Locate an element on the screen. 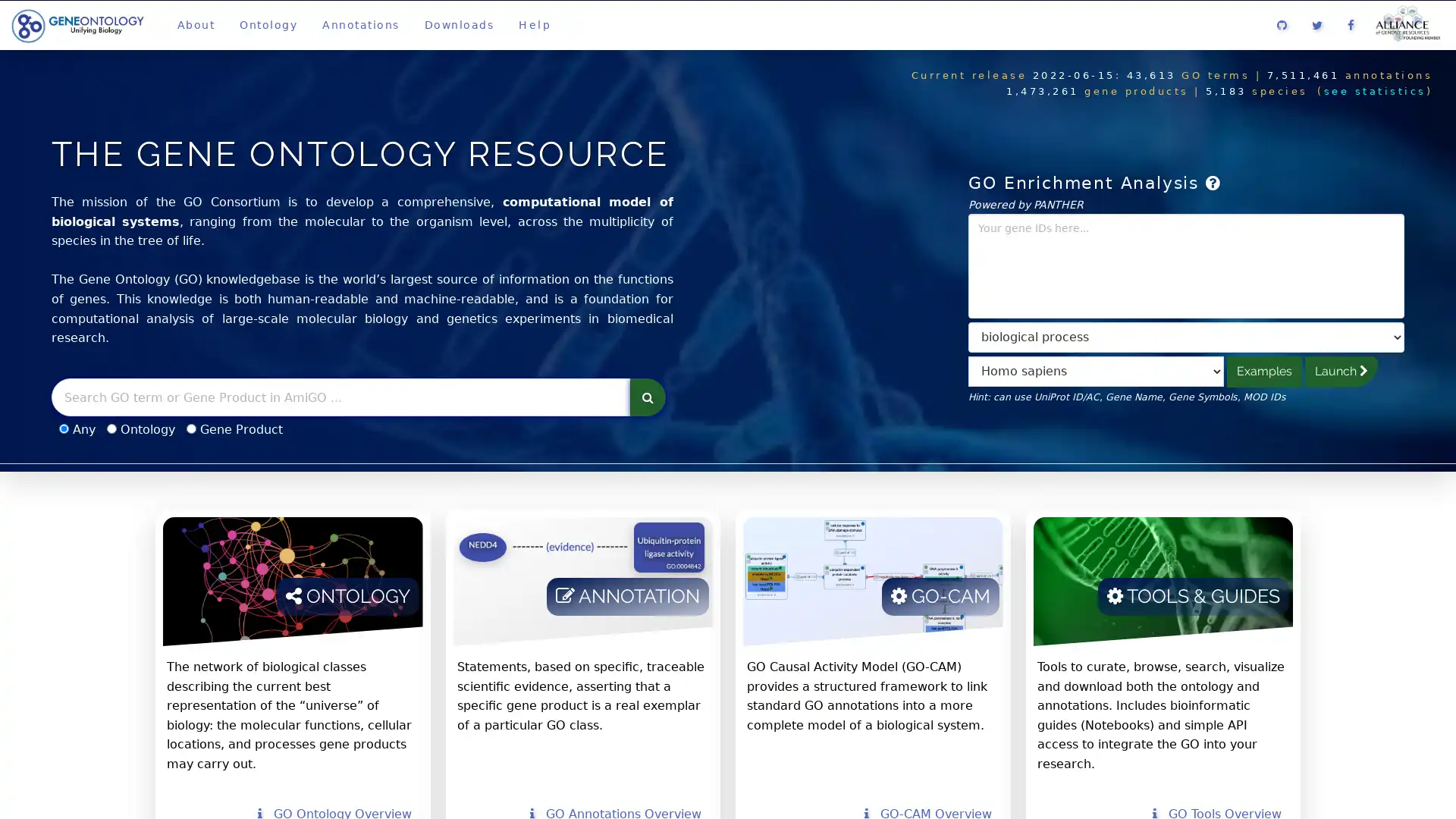 The height and width of the screenshot is (819, 1456). Launch is located at coordinates (1341, 371).